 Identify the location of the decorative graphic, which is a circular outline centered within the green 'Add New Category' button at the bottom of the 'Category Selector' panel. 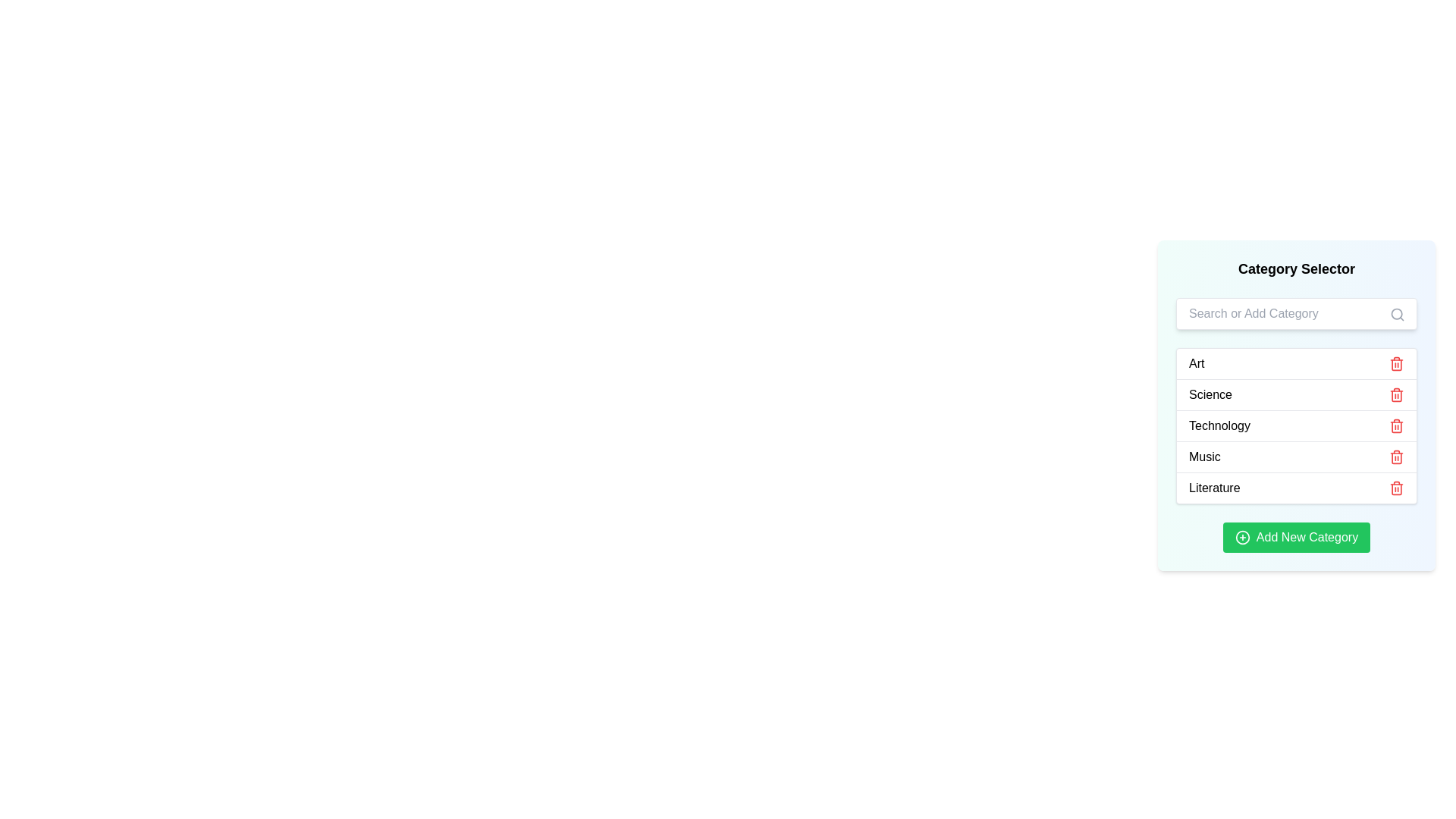
(1242, 537).